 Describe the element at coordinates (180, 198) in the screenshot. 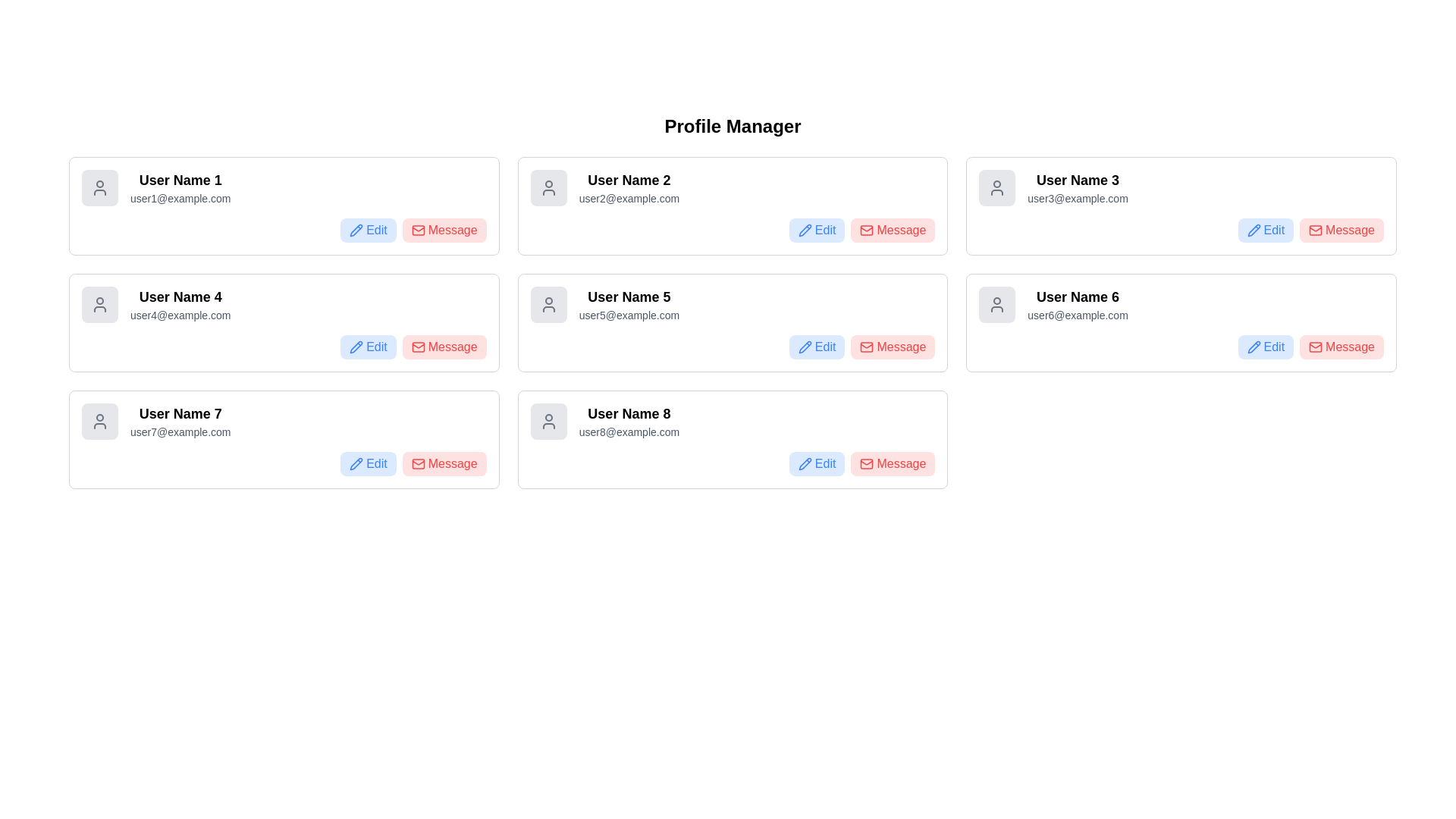

I see `email address 'user1@example.com' displayed in small-sized gray text beneath the user name label 'User Name 1' in the first user profile card` at that location.